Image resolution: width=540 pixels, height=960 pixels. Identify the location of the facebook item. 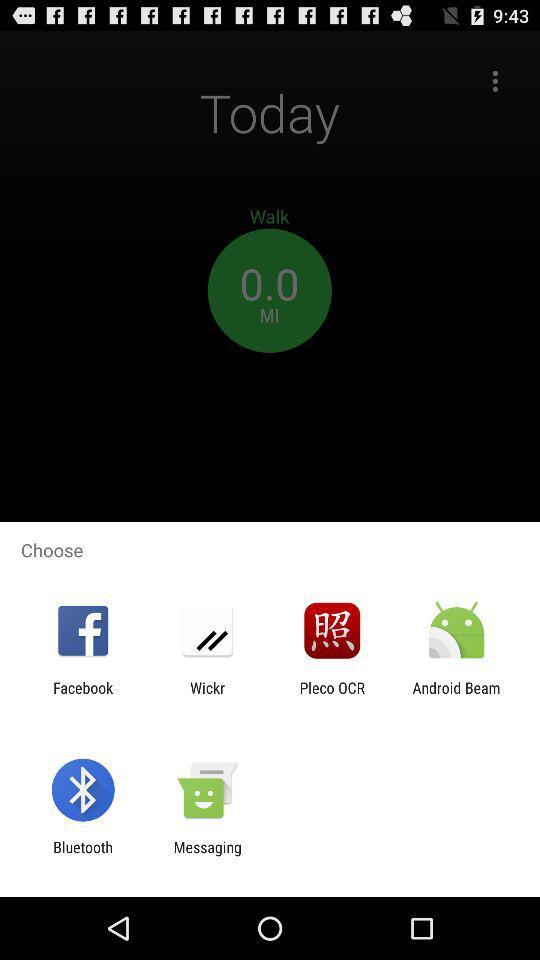
(82, 696).